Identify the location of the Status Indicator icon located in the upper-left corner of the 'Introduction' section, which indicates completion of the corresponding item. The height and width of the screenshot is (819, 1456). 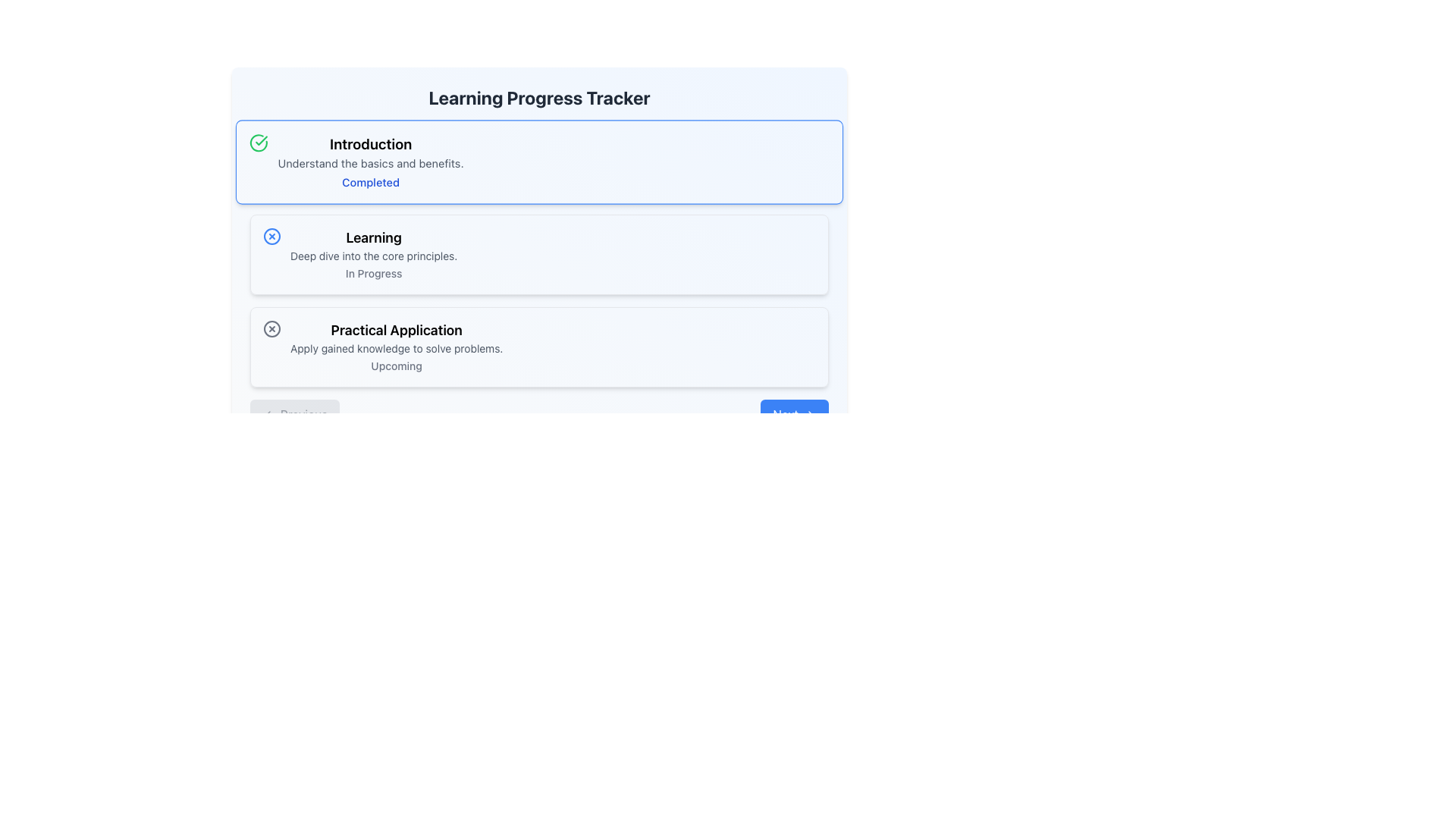
(259, 143).